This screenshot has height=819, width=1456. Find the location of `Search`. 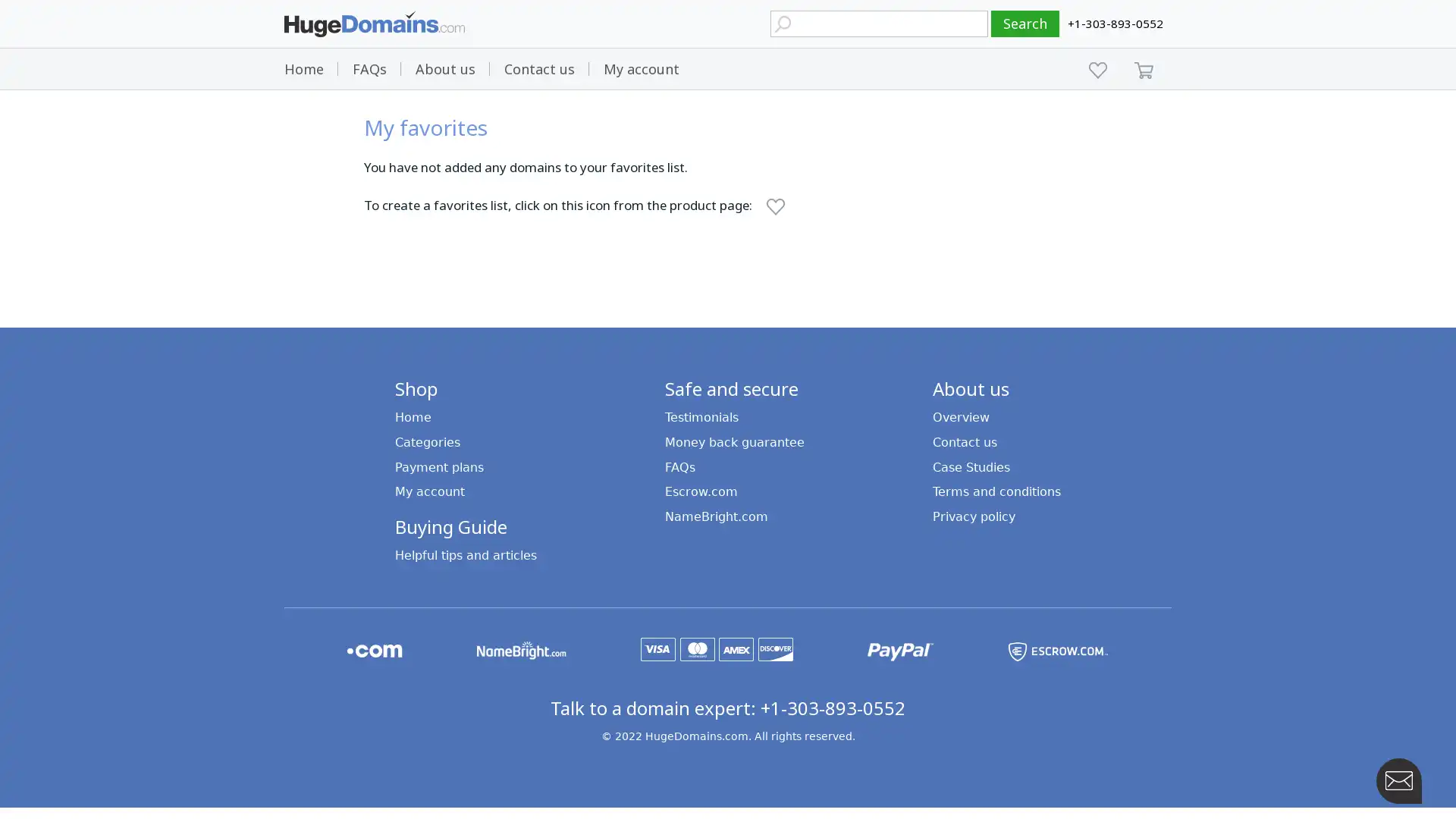

Search is located at coordinates (1025, 24).